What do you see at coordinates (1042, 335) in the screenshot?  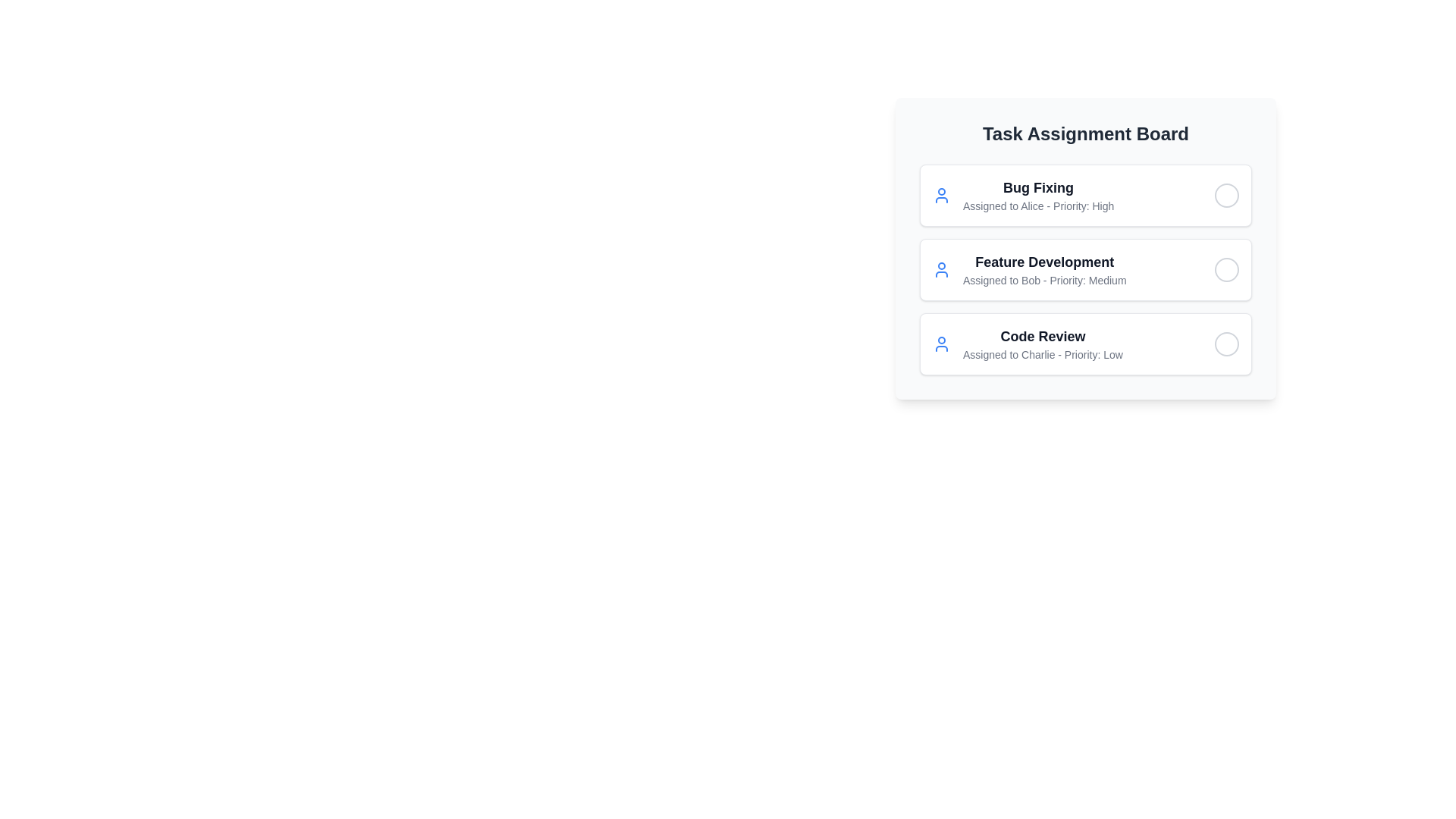 I see `contents of the text label displaying 'Code Review', which is prominently positioned in the third task card of the 'Task Assignment Board'` at bounding box center [1042, 335].